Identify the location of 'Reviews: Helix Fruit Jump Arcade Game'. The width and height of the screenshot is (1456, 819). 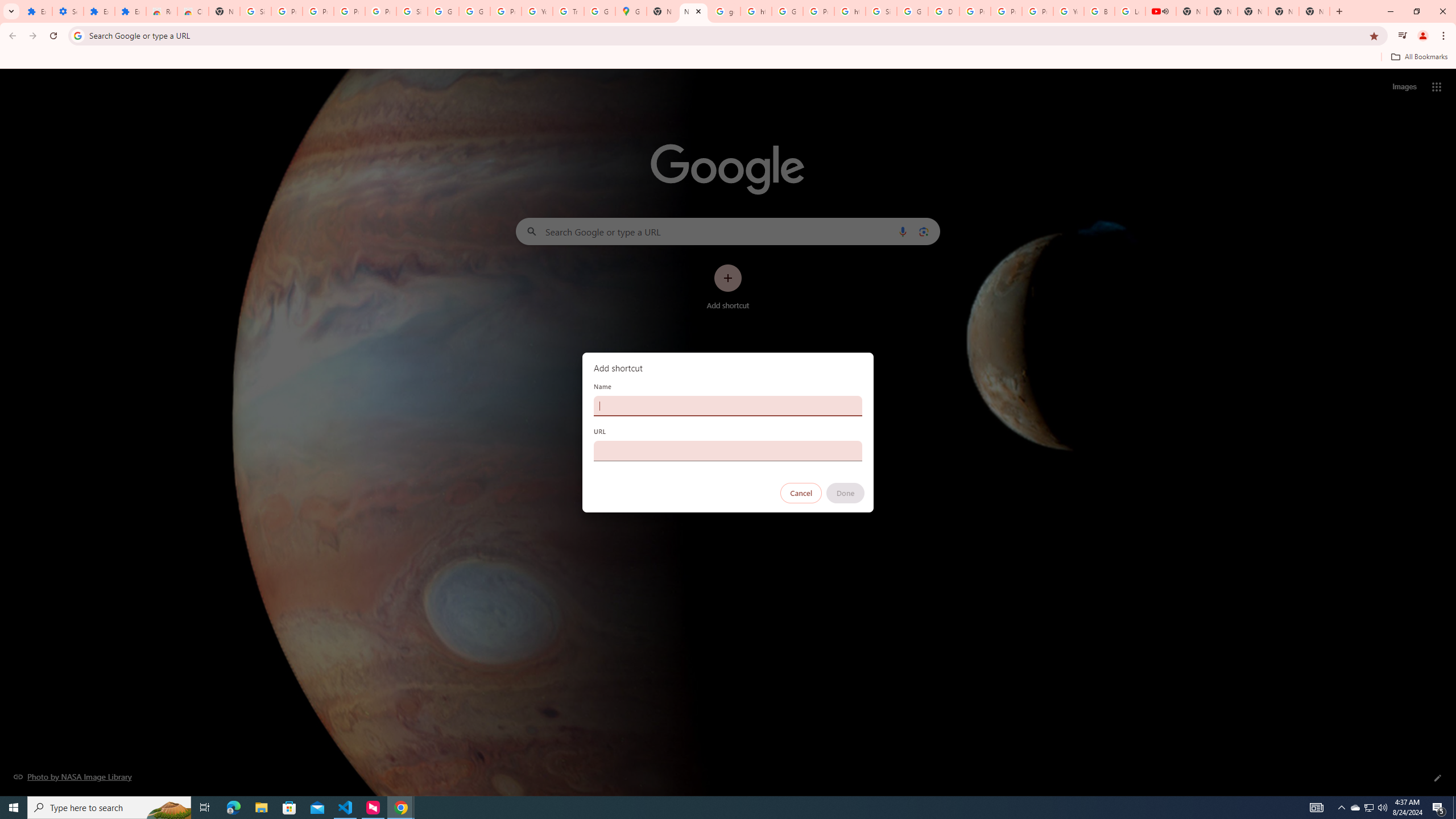
(162, 11).